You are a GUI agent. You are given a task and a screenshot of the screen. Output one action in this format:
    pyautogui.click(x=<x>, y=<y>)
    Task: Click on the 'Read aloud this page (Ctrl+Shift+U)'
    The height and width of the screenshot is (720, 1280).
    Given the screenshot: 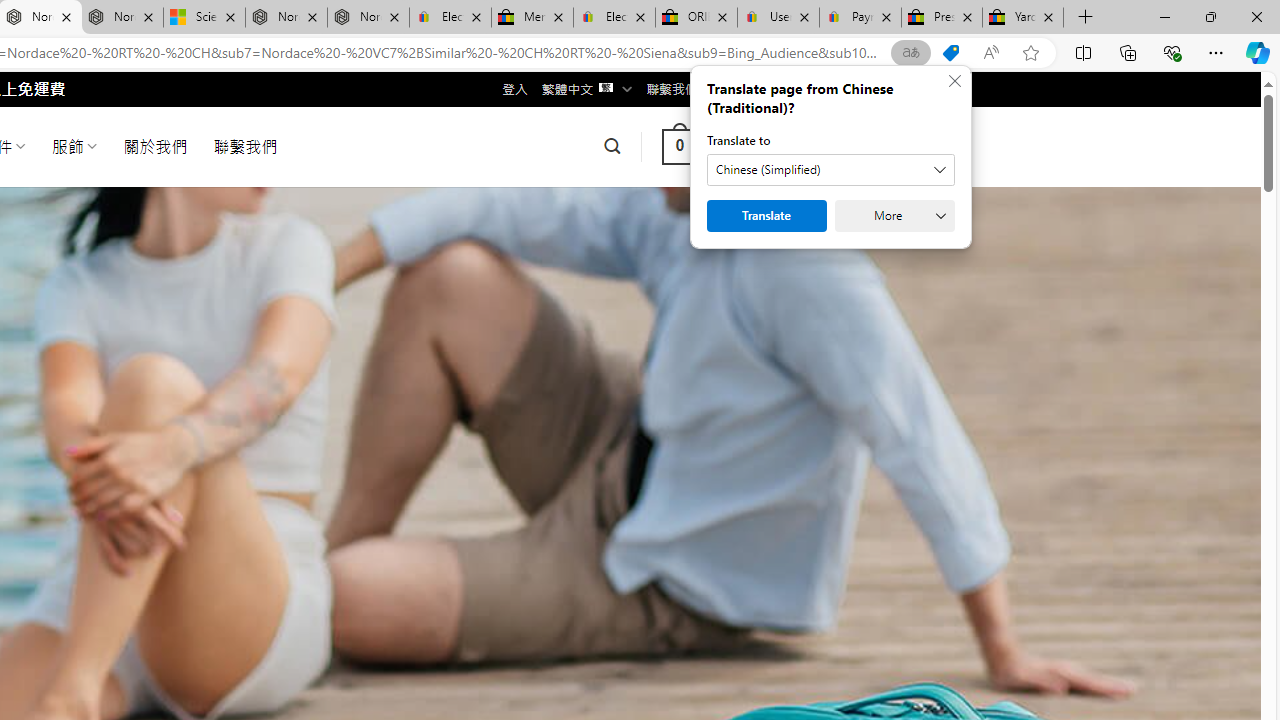 What is the action you would take?
    pyautogui.click(x=991, y=52)
    